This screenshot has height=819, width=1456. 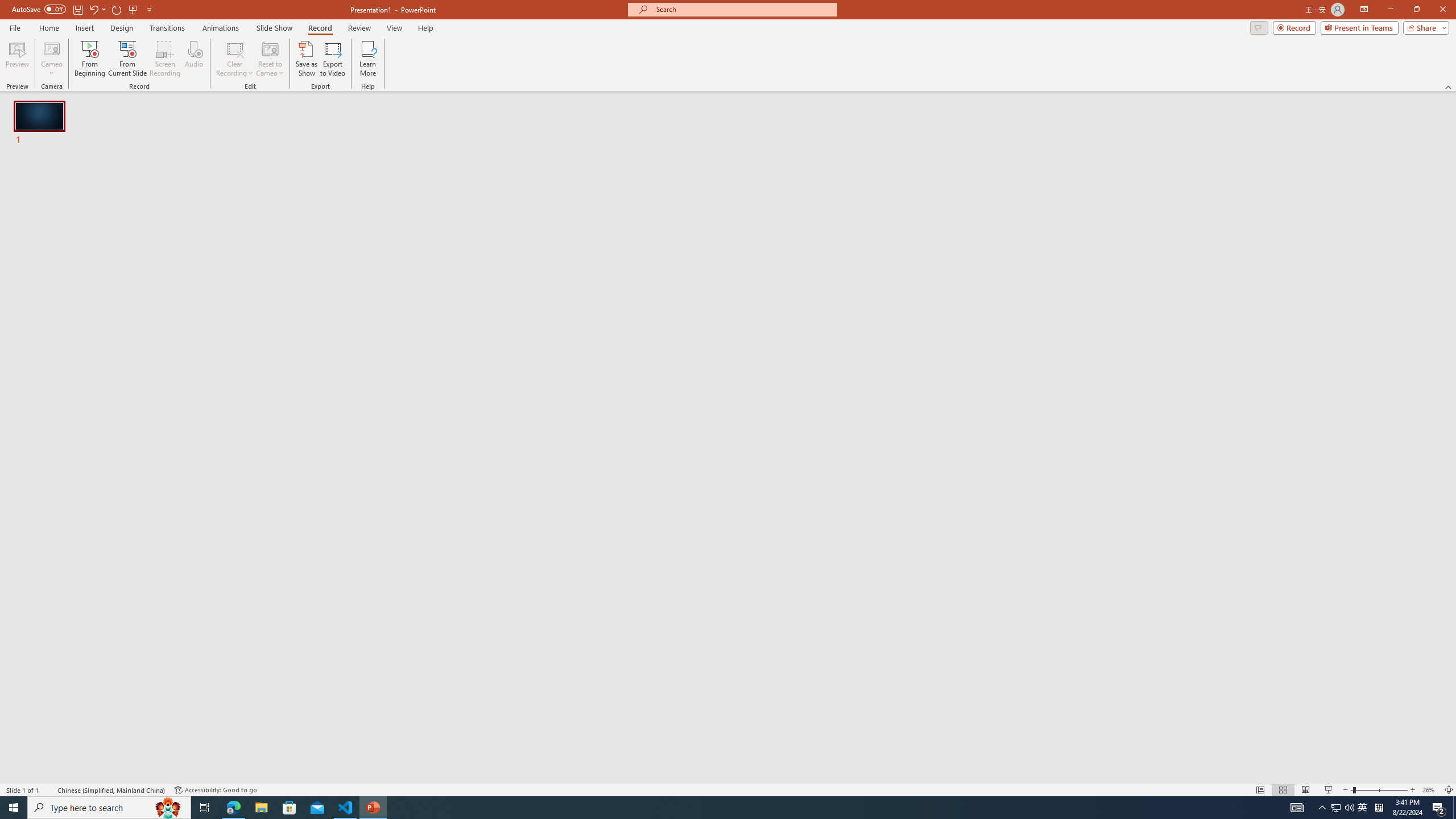 What do you see at coordinates (122, 28) in the screenshot?
I see `'Design'` at bounding box center [122, 28].